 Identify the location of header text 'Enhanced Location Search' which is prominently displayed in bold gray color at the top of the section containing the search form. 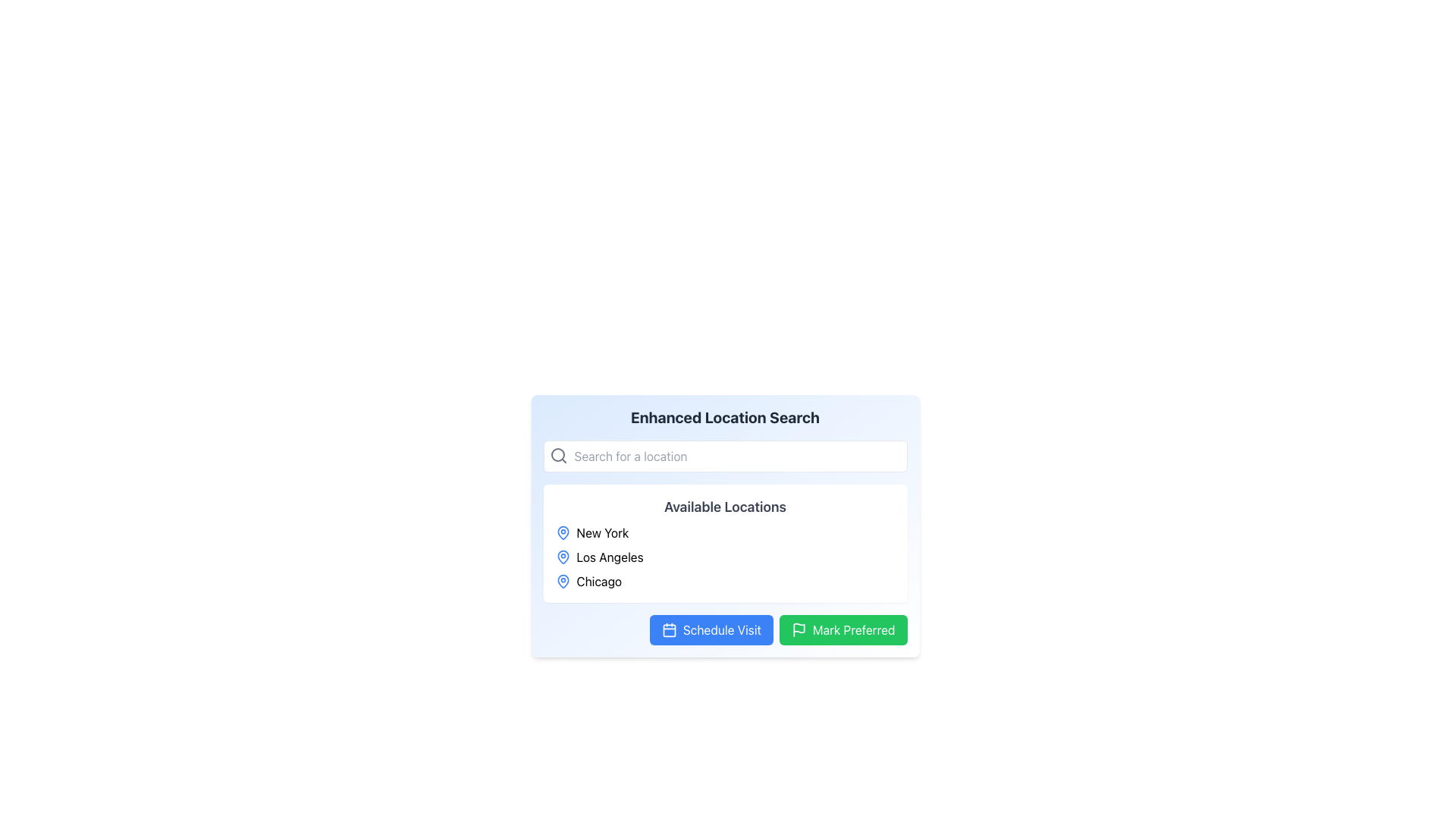
(724, 418).